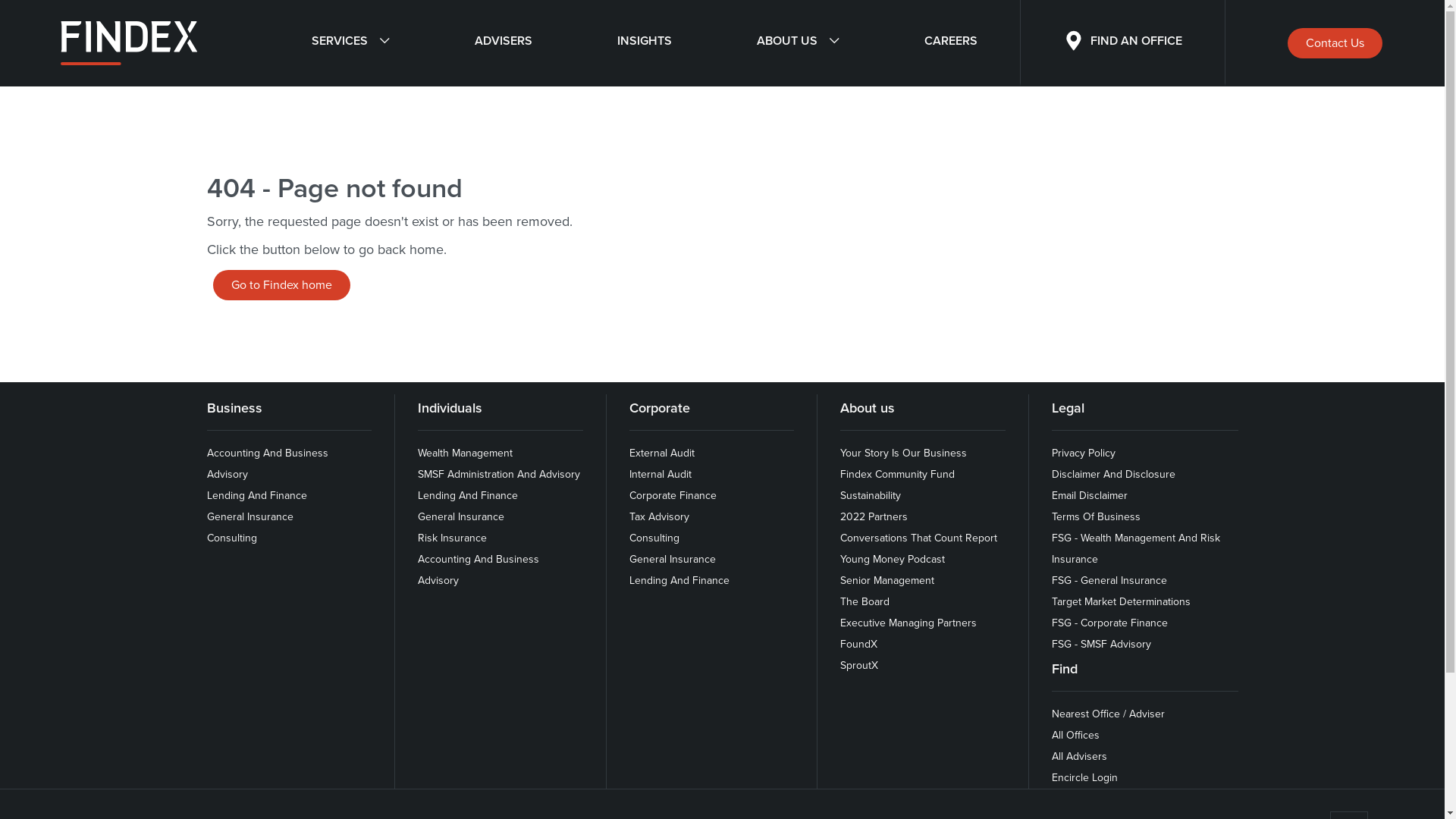 This screenshot has height=819, width=1456. I want to click on 'ABOUT US', so click(796, 42).